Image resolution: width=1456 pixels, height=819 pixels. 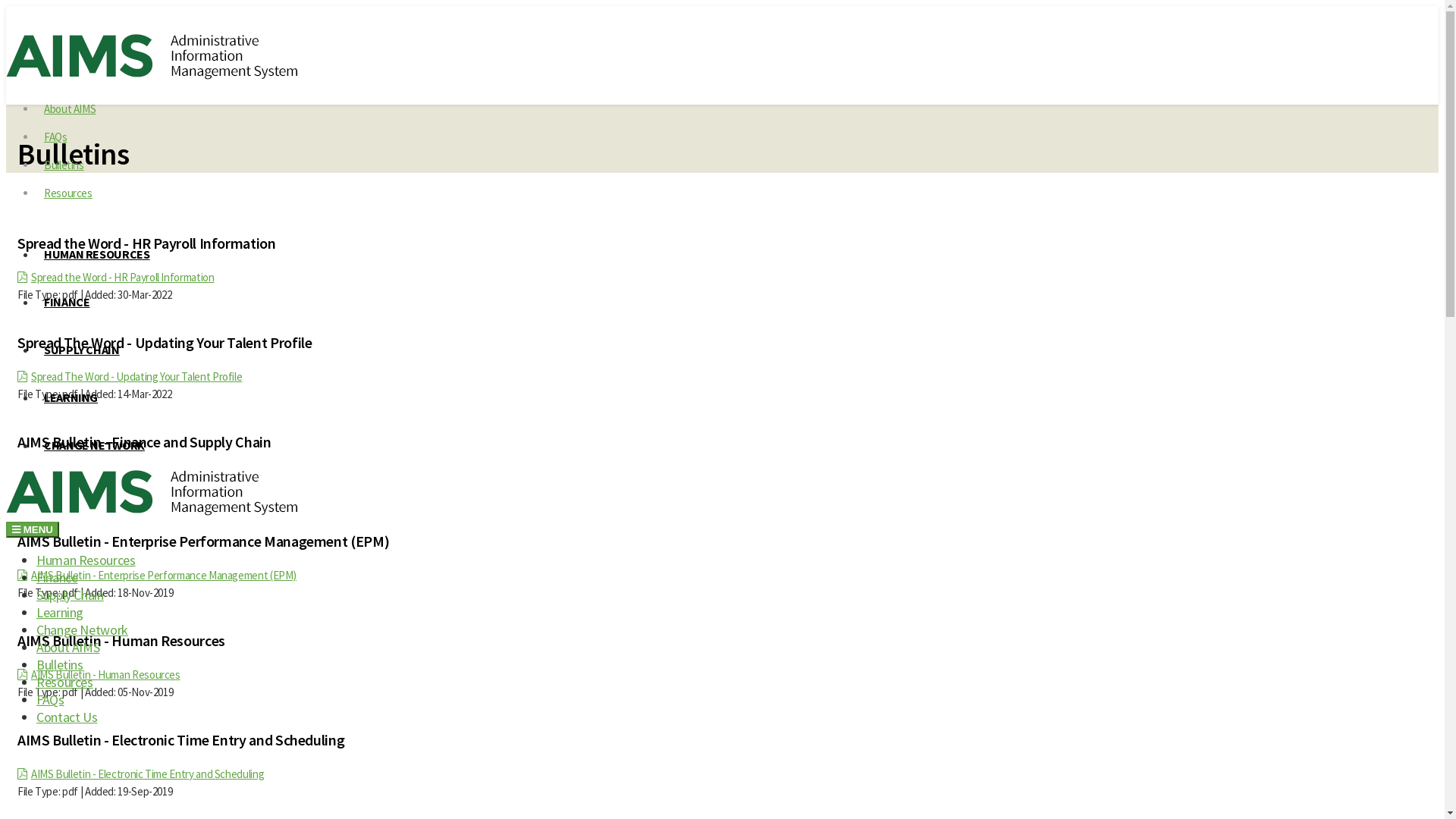 What do you see at coordinates (50, 699) in the screenshot?
I see `'FAQs'` at bounding box center [50, 699].